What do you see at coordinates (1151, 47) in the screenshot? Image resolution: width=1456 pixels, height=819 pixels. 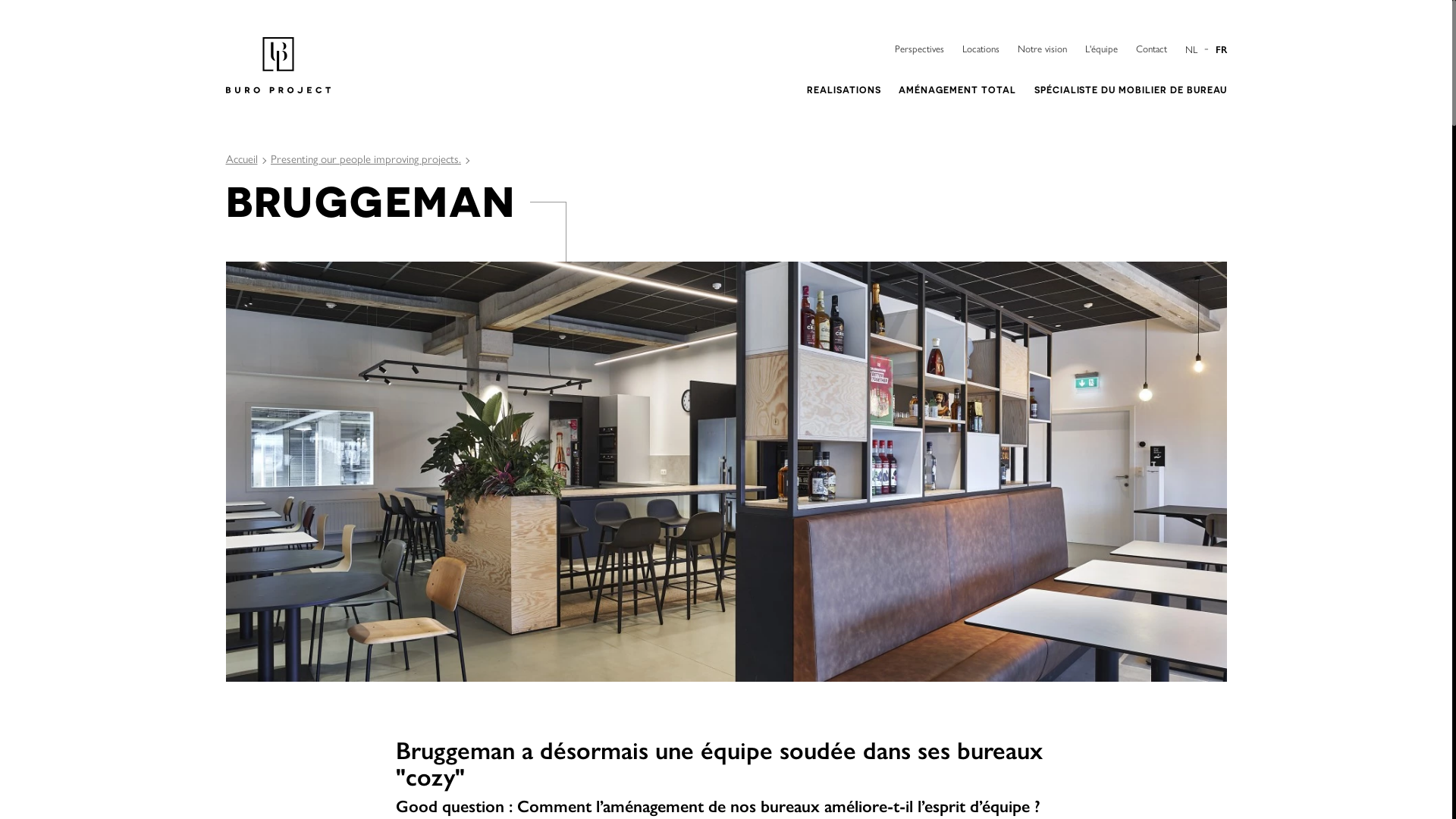 I see `'Contact'` at bounding box center [1151, 47].